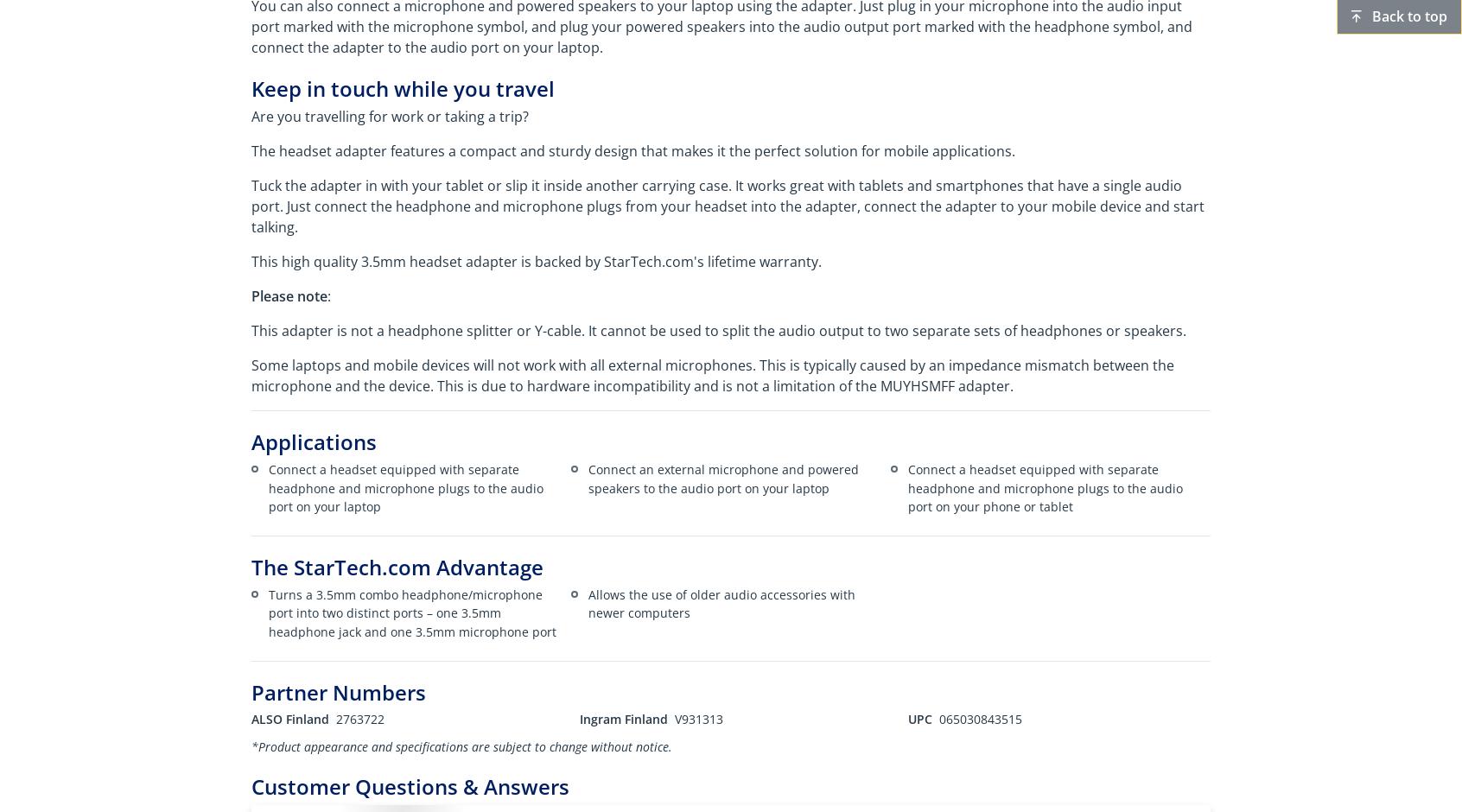 The image size is (1462, 812). What do you see at coordinates (411, 612) in the screenshot?
I see `'Turns a 3.5mm combo headphone/microphone port into two distinct ports – one 3.5mm headphone jack and one 3.5mm microphone port'` at bounding box center [411, 612].